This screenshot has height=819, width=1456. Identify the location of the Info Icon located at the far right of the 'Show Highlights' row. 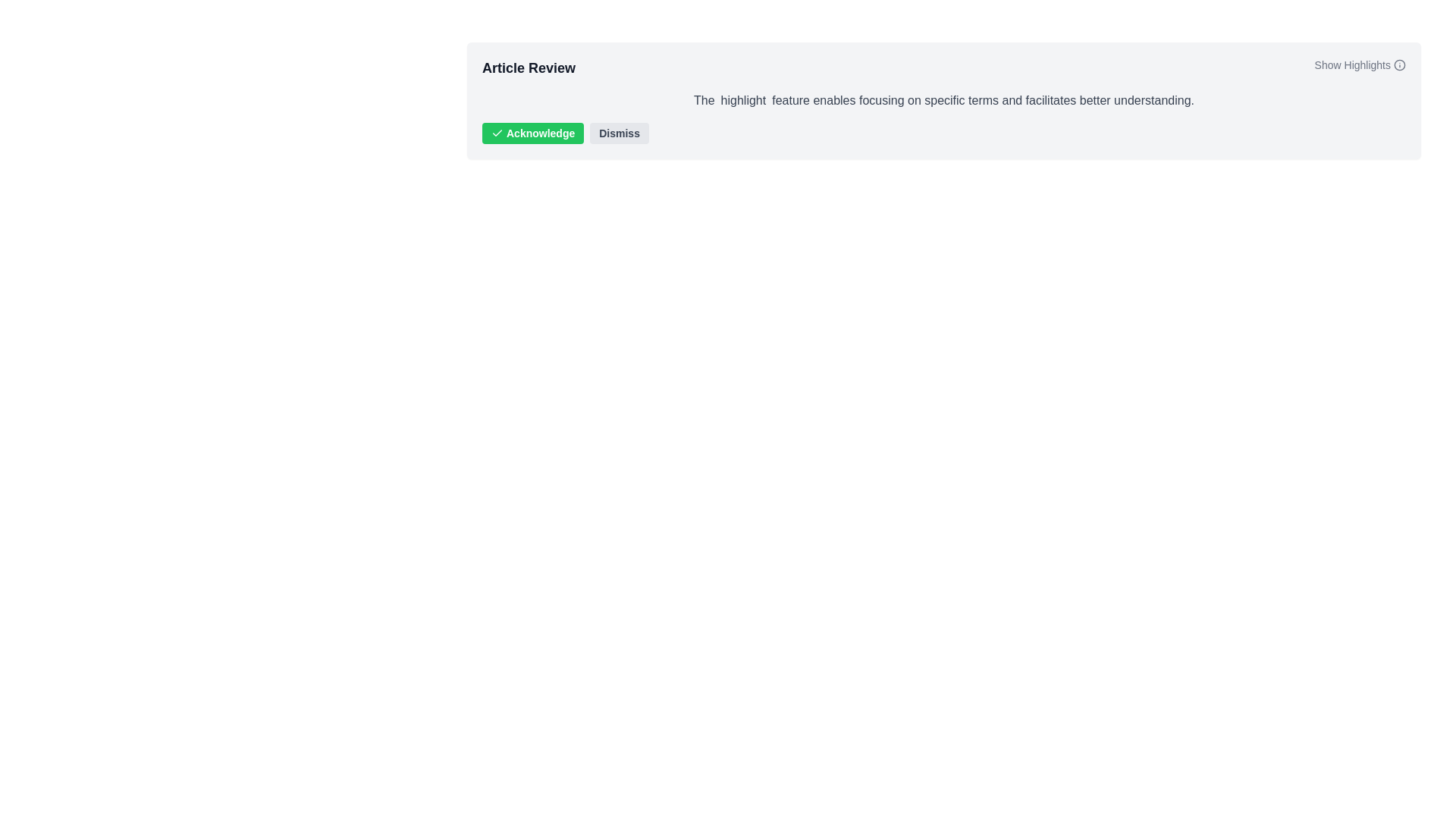
(1399, 64).